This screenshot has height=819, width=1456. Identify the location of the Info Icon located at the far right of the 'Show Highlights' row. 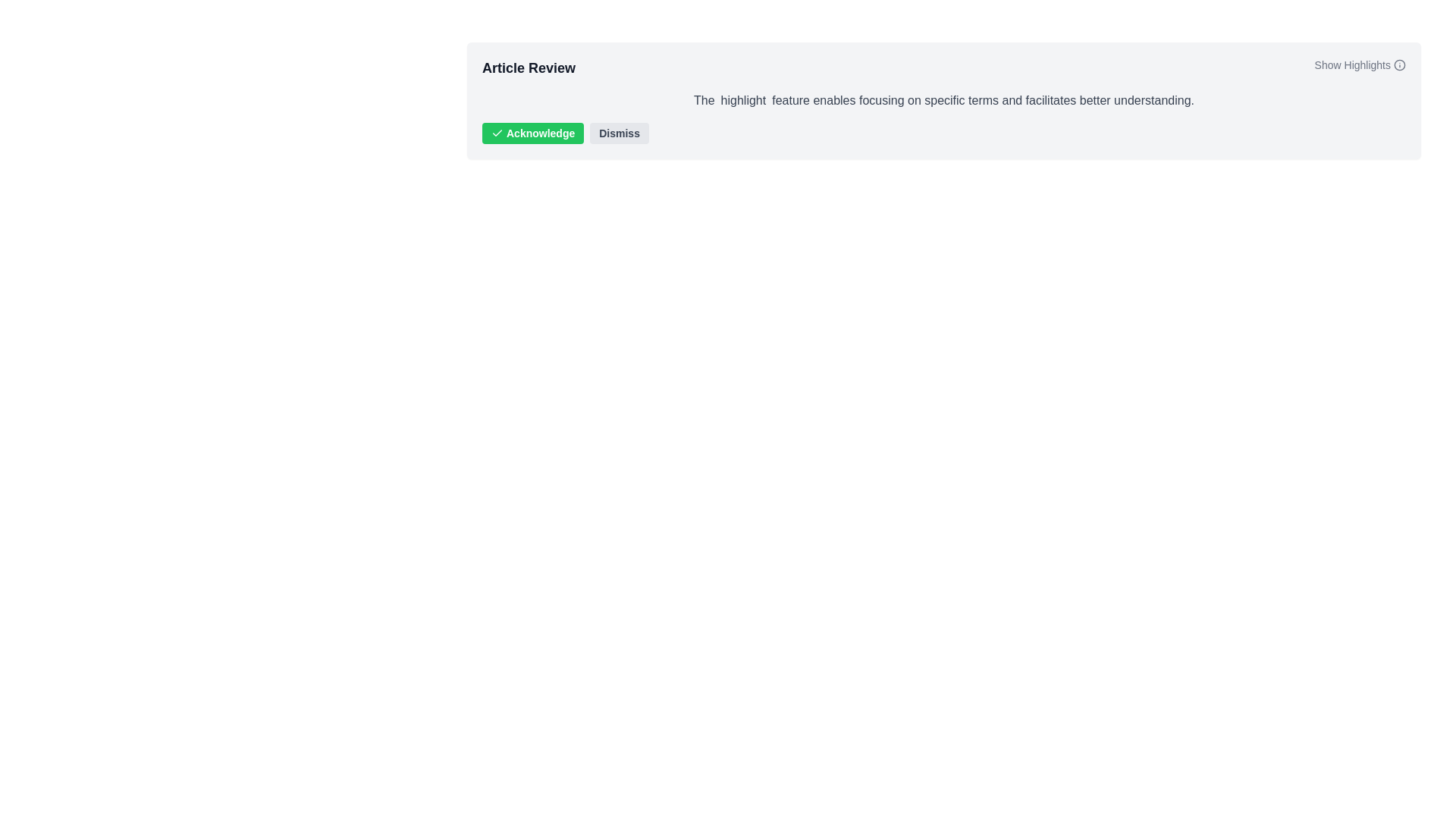
(1399, 64).